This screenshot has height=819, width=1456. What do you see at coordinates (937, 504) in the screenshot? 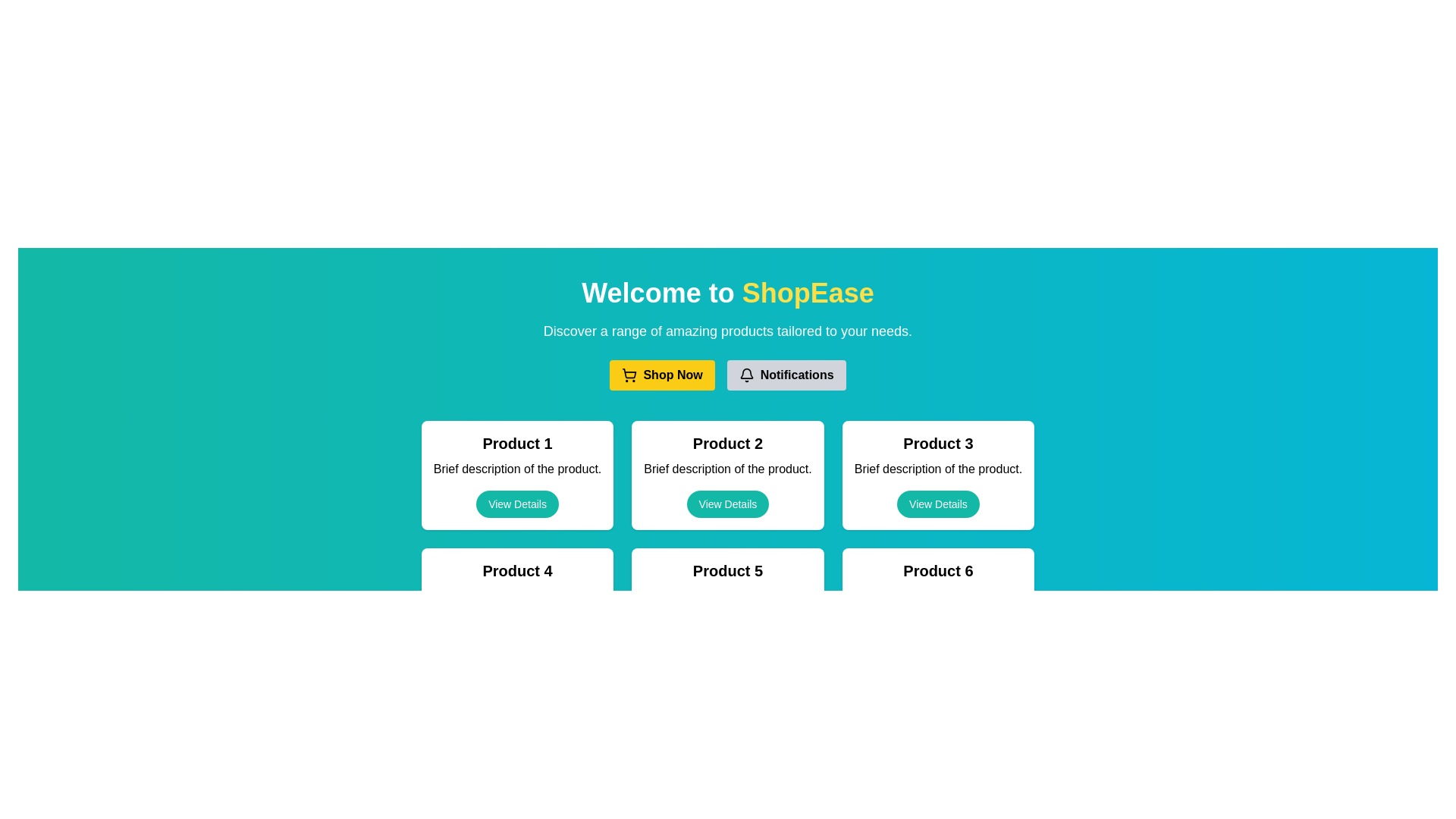
I see `the 'View Details' button, which is the third button in a horizontal row under the 'Product 3' card` at bounding box center [937, 504].